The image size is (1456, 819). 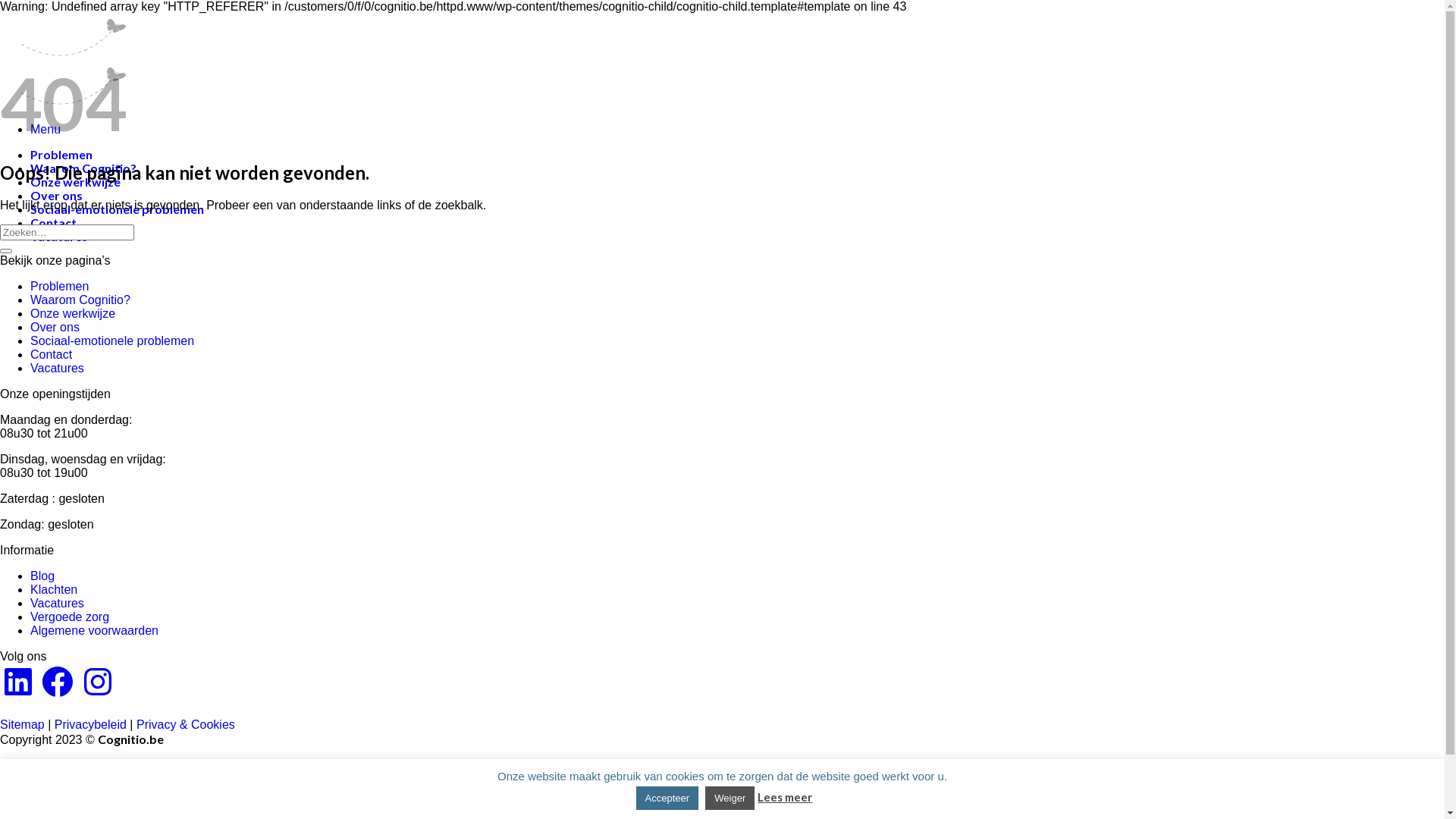 I want to click on 'Facebook', so click(x=58, y=680).